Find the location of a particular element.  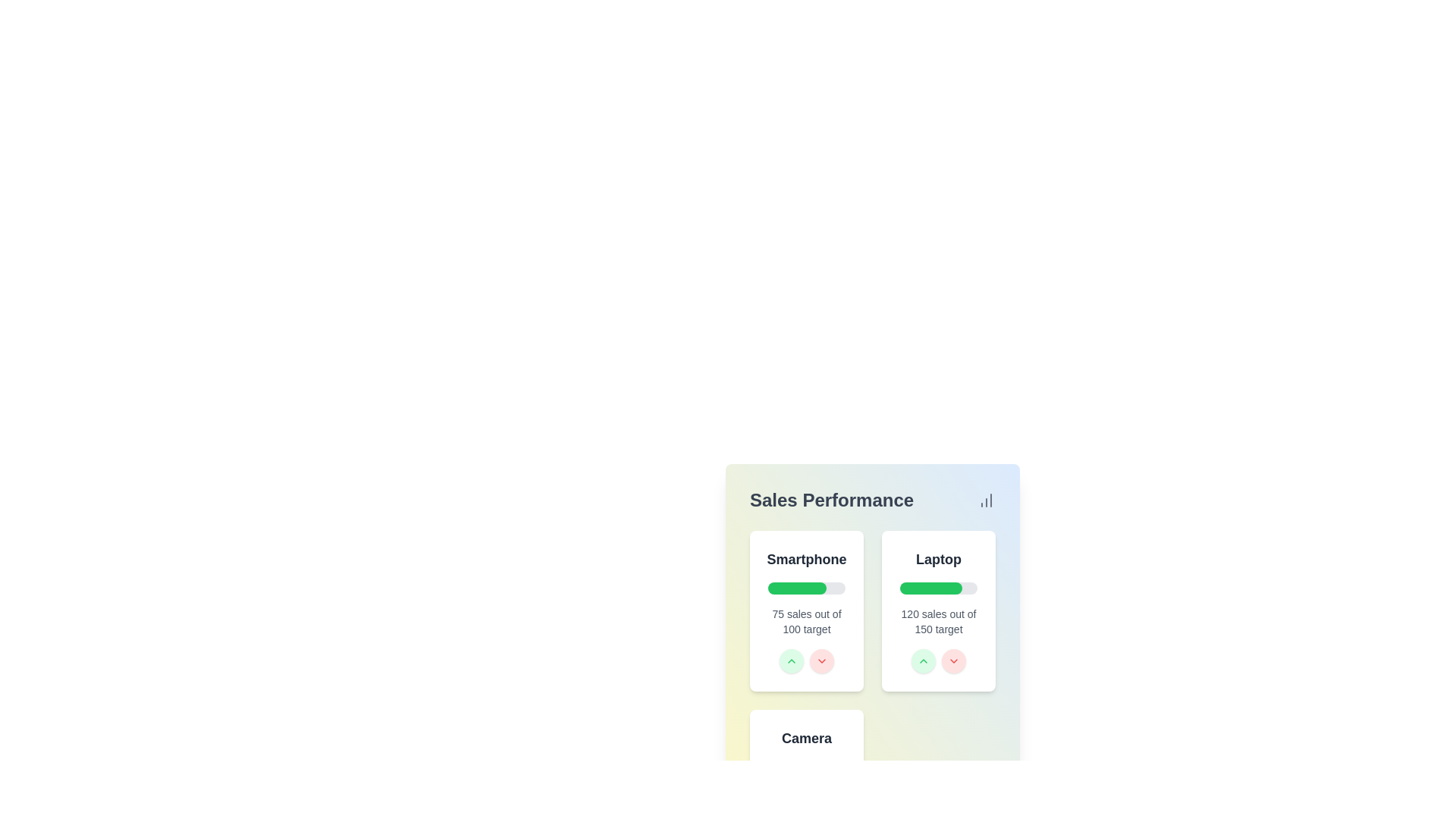

the green progress bar located in the 'Smartphone' card within the 'Sales Performance' section of the dashboard, visually represented by a rounded rectangular gray track is located at coordinates (796, 587).